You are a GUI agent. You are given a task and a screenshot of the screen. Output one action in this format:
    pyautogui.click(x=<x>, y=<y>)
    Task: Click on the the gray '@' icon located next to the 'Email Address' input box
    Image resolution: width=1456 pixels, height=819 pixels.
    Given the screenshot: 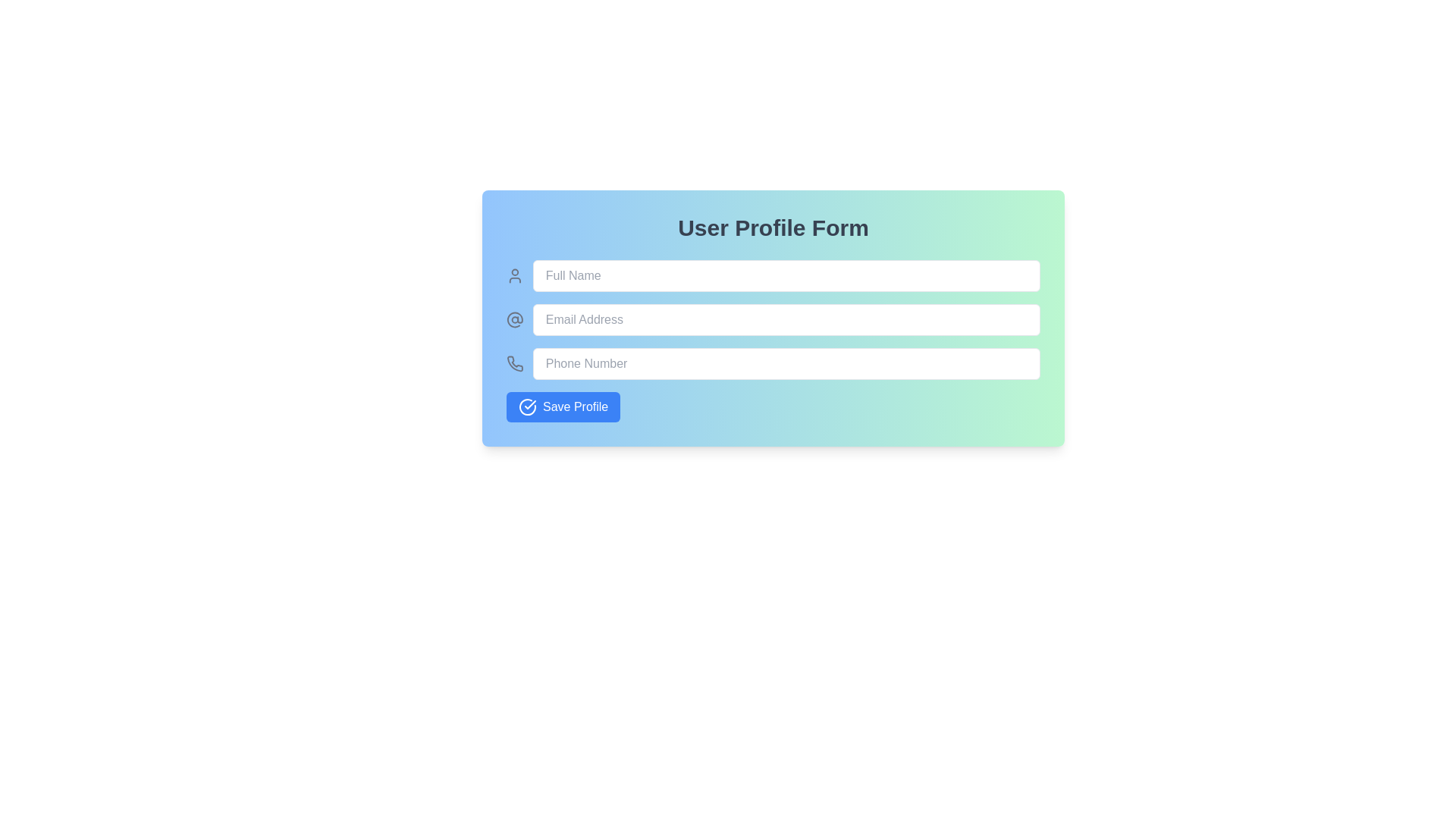 What is the action you would take?
    pyautogui.click(x=515, y=318)
    